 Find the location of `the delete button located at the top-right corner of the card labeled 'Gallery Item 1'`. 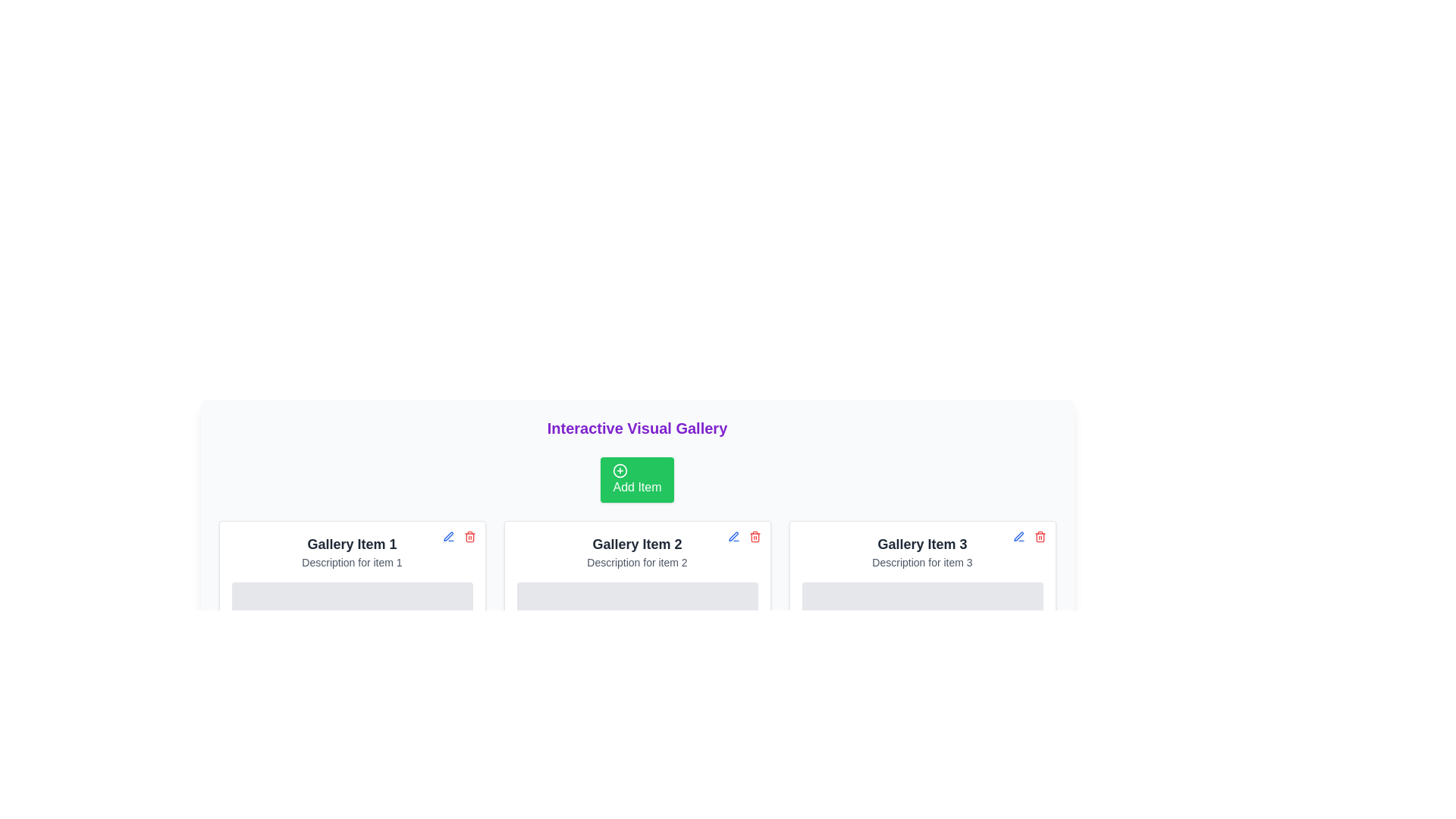

the delete button located at the top-right corner of the card labeled 'Gallery Item 1' is located at coordinates (469, 536).